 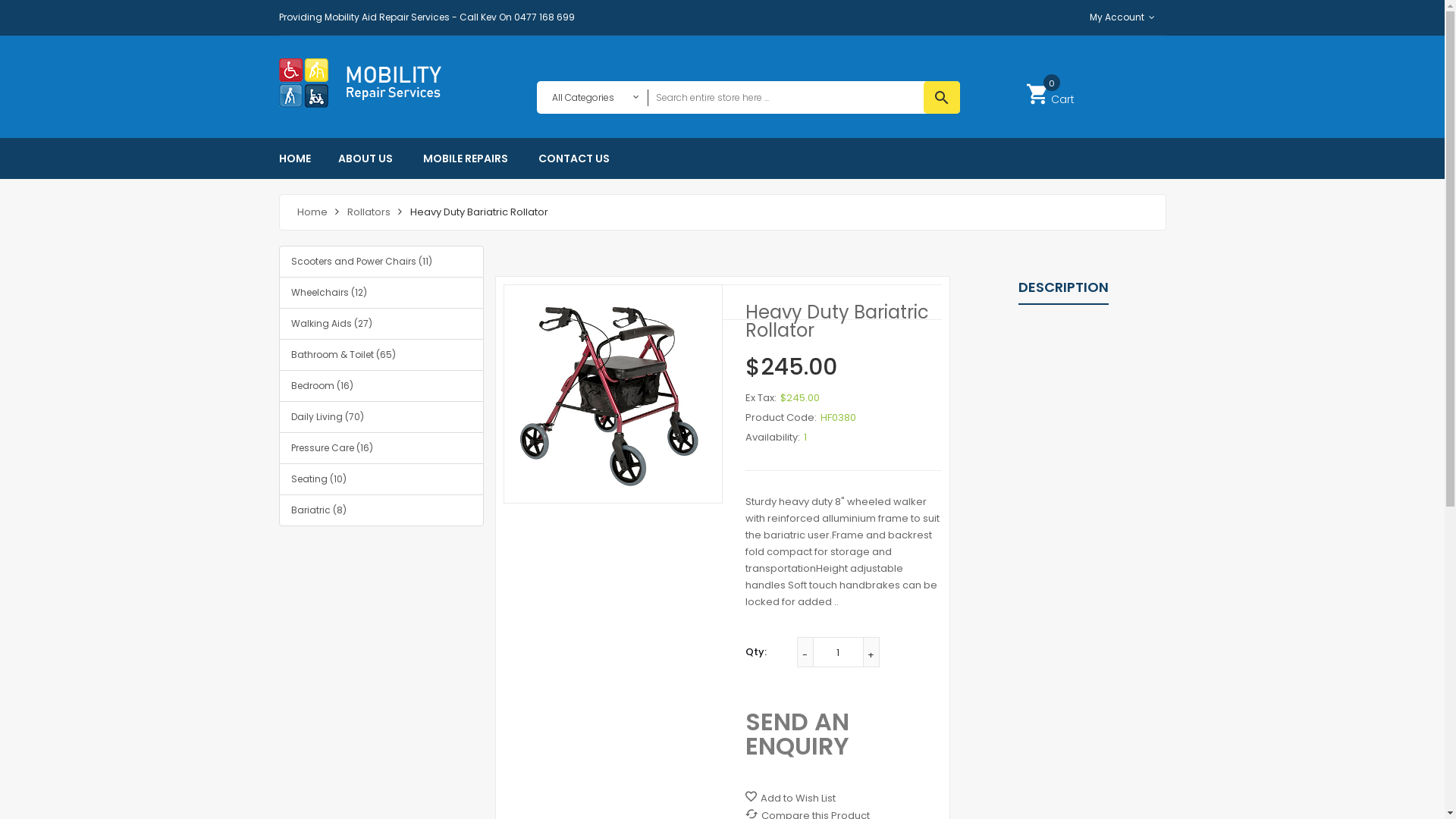 I want to click on 'HOME', so click(x=302, y=158).